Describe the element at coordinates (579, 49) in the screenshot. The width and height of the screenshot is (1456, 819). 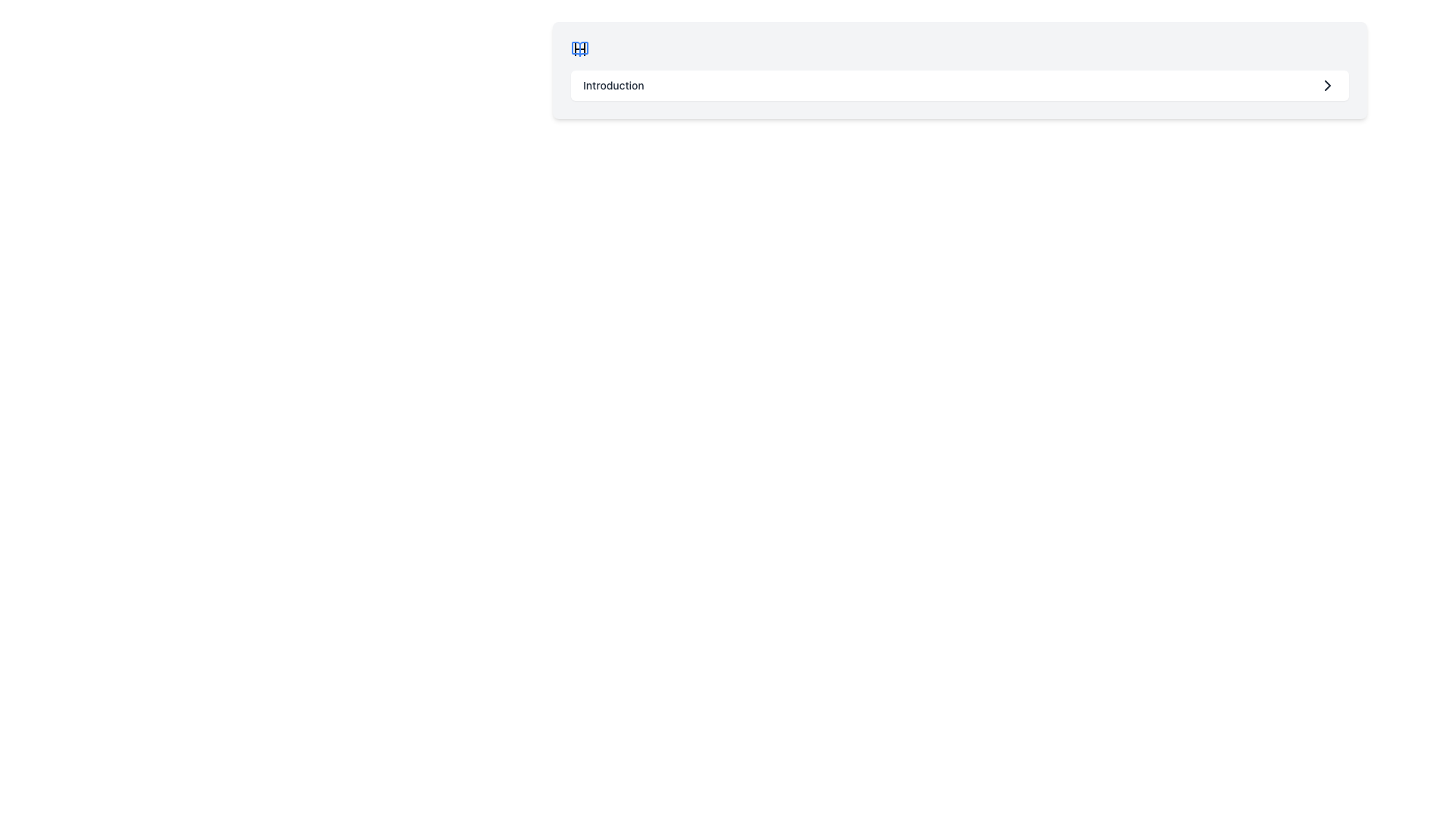
I see `the icon resembling a heading or text indicator located at the top-left of the box containing the title 'Introduction'` at that location.